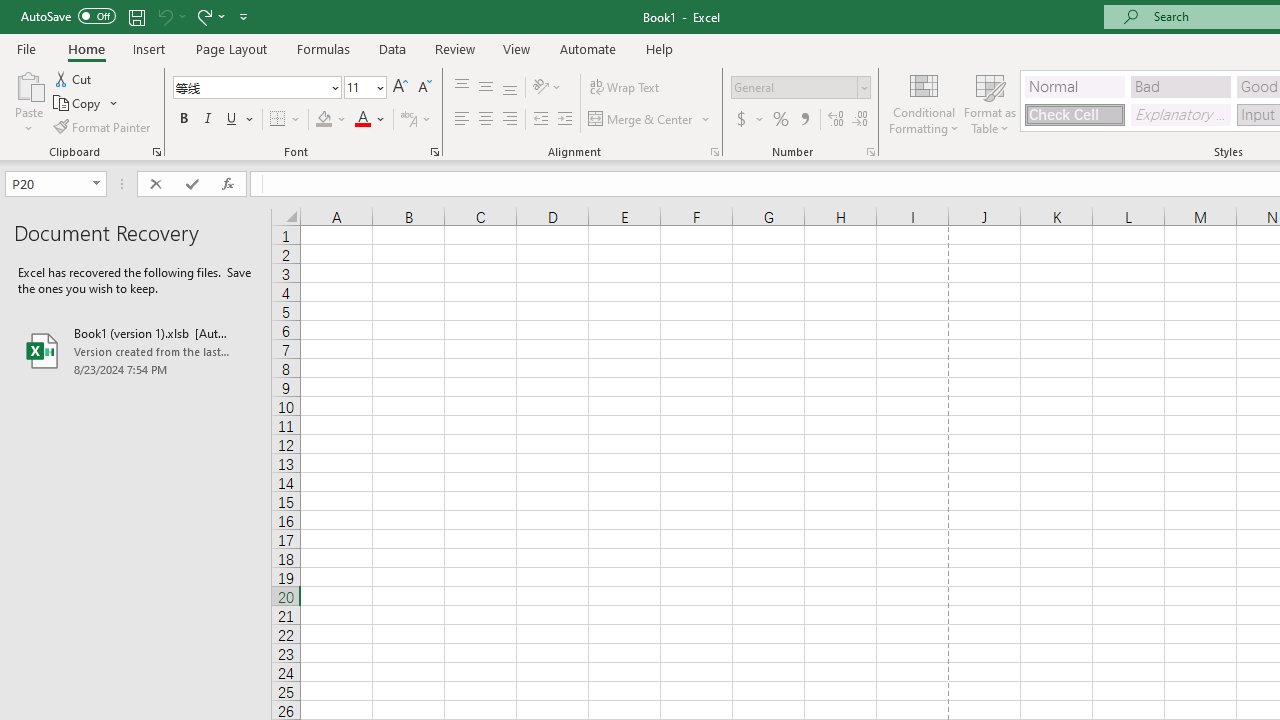 The image size is (1280, 720). Describe the element at coordinates (392, 48) in the screenshot. I see `'Data'` at that location.